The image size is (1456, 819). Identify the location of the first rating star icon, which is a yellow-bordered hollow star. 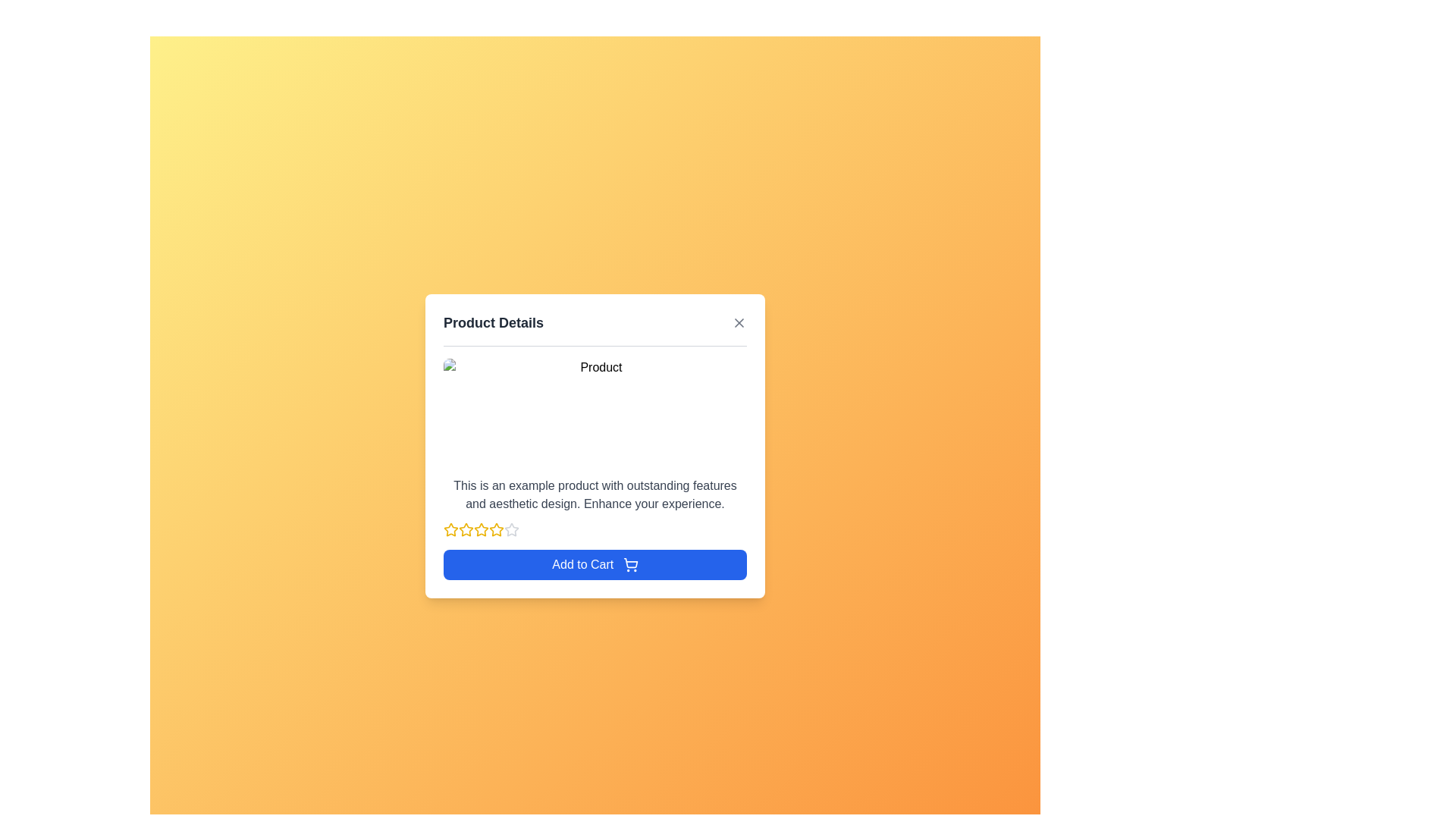
(450, 529).